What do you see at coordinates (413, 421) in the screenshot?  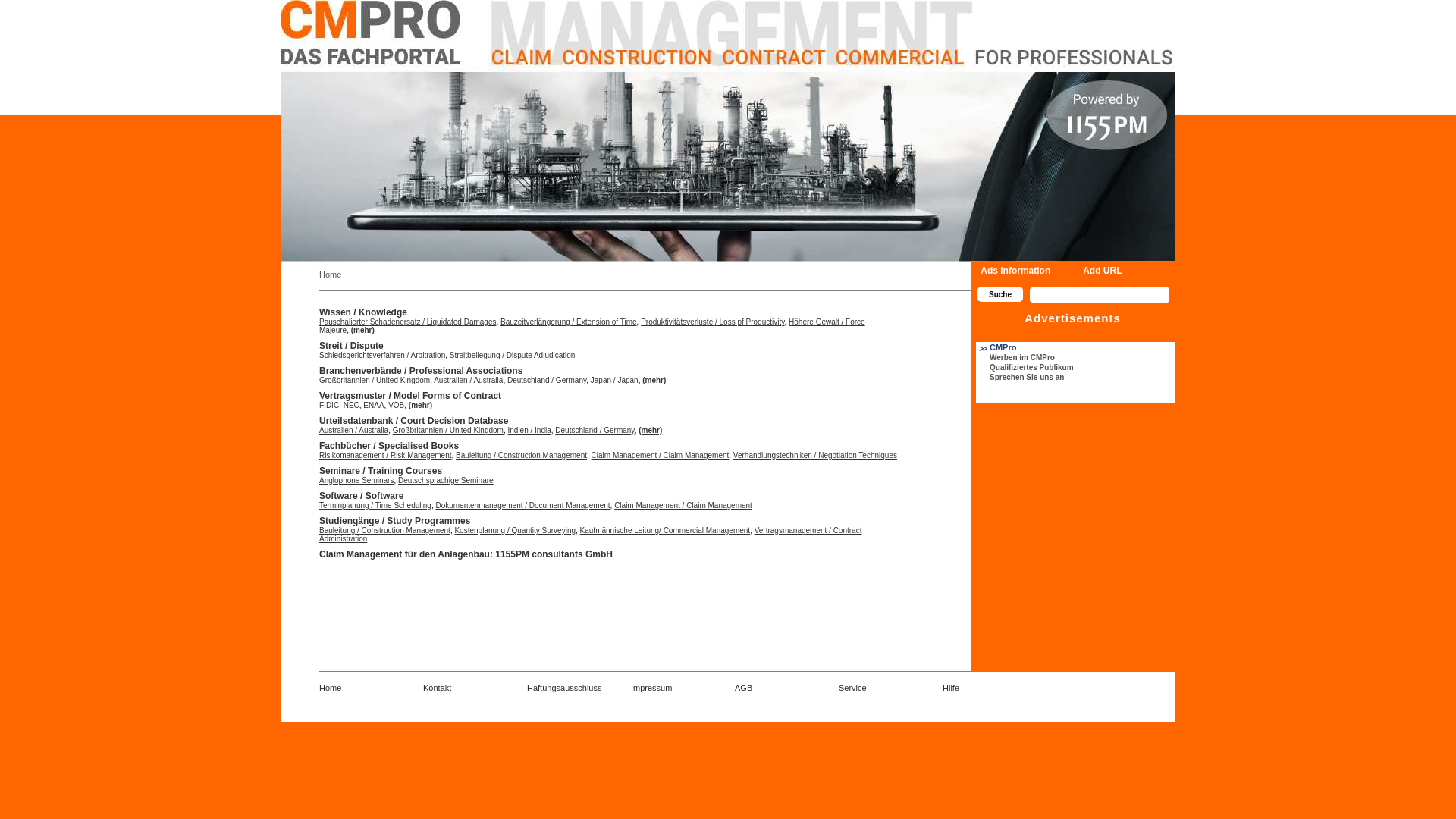 I see `'Urteilsdatenbank / Court Decision Database'` at bounding box center [413, 421].